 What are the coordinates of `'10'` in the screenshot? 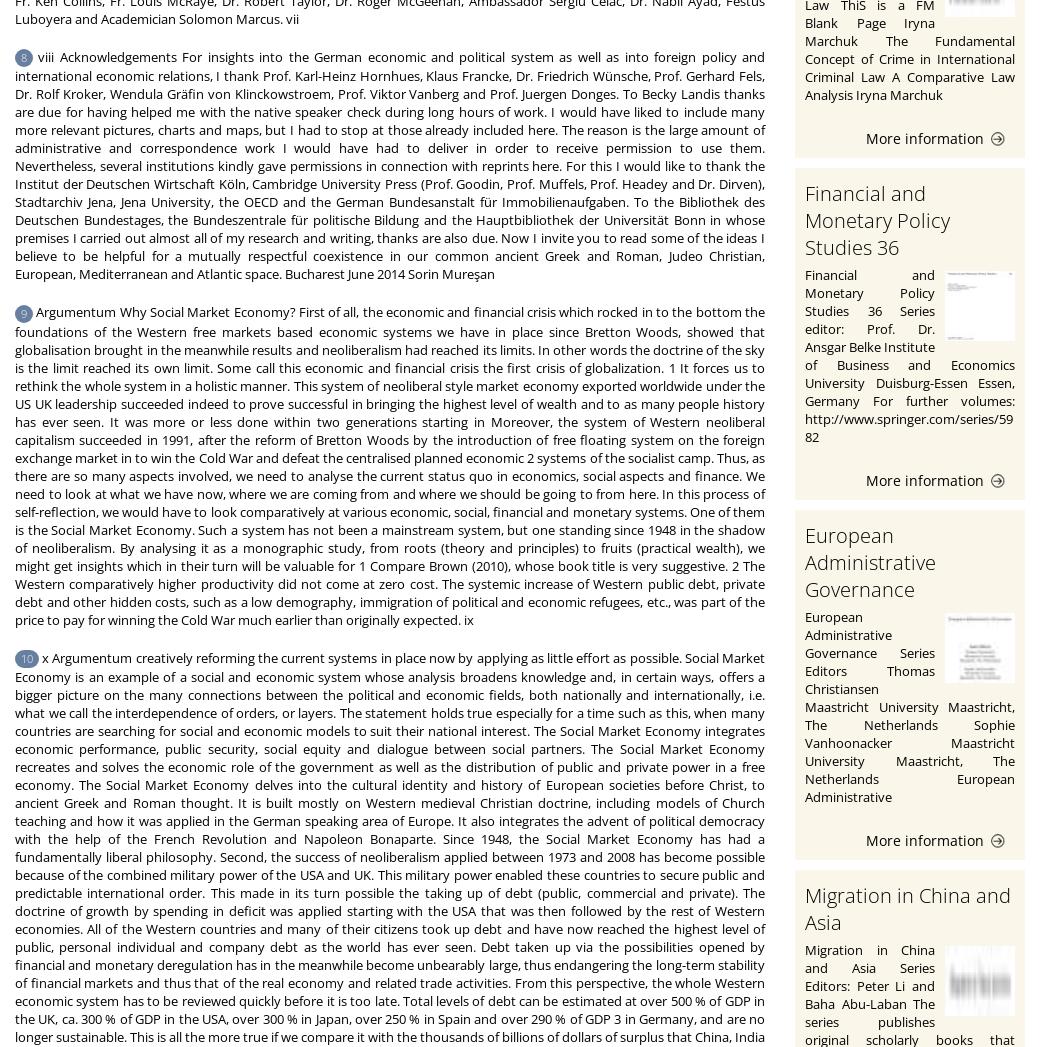 It's located at (21, 658).